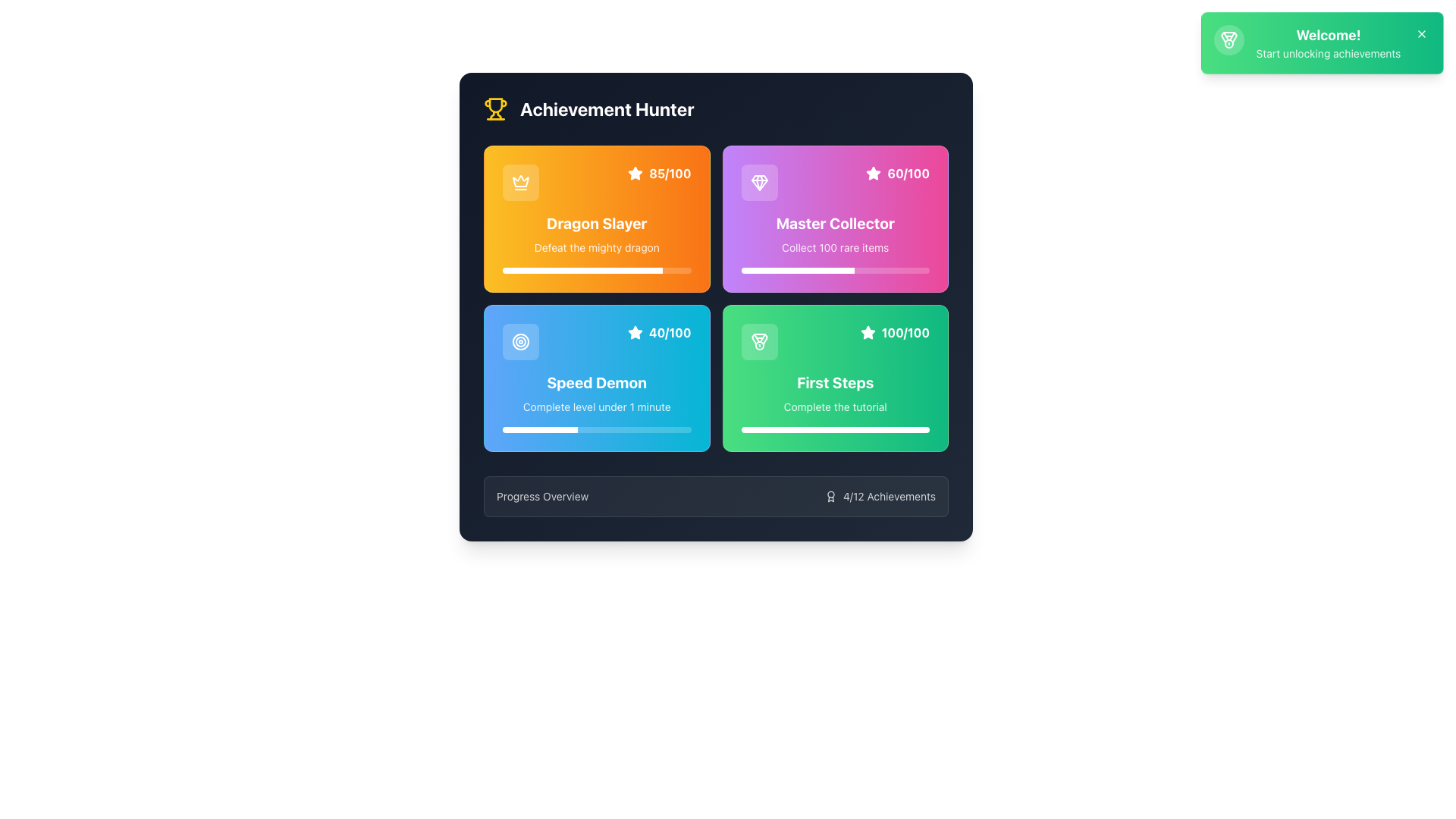 Image resolution: width=1456 pixels, height=819 pixels. What do you see at coordinates (540, 430) in the screenshot?
I see `the solid white segment of the progress bar located within the light blue progress bar inside the 'Speed Demon' card, positioned at the bottom-left of the grid layout` at bounding box center [540, 430].